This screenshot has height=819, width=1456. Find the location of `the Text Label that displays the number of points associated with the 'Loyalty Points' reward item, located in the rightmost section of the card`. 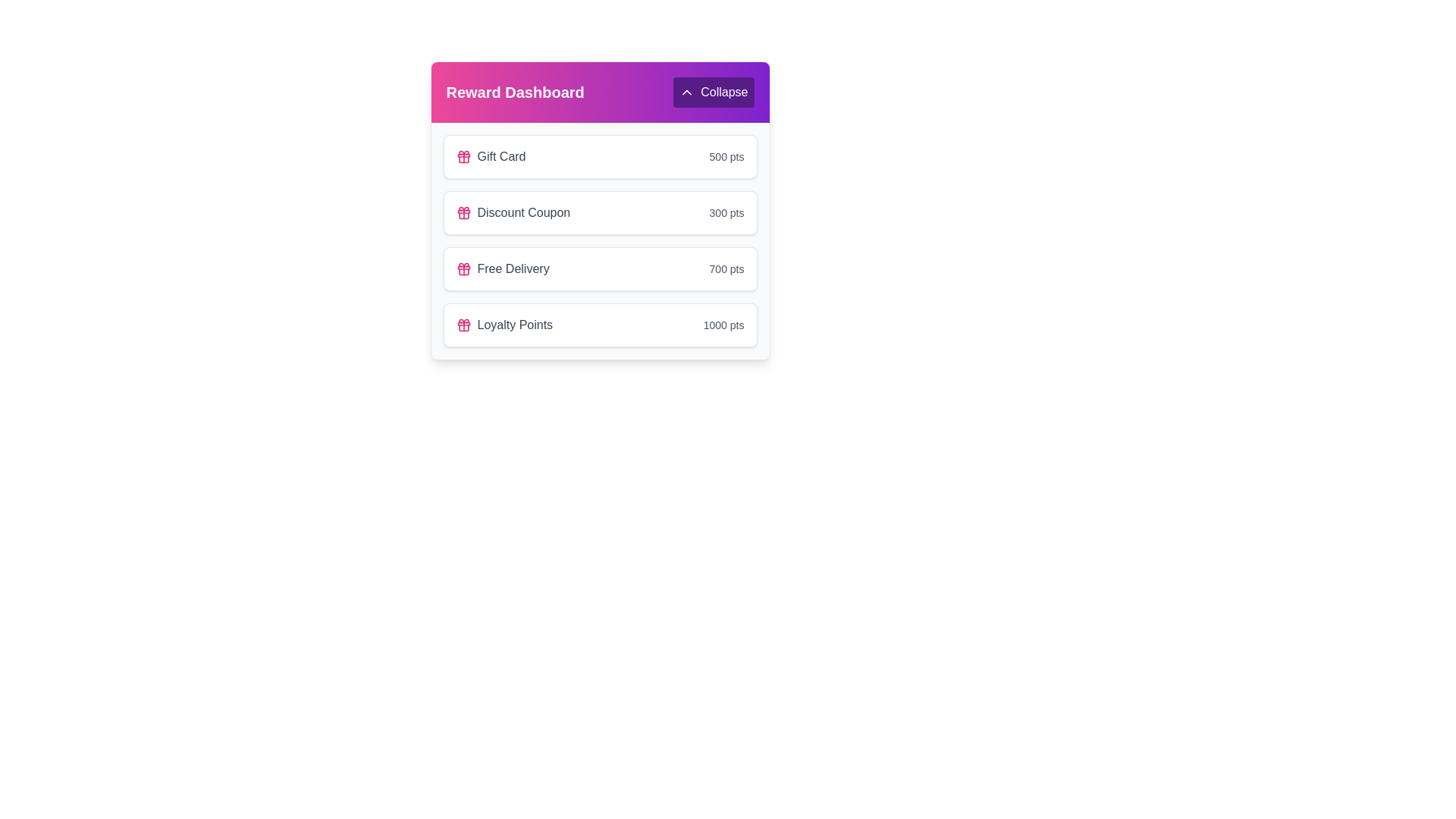

the Text Label that displays the number of points associated with the 'Loyalty Points' reward item, located in the rightmost section of the card is located at coordinates (723, 324).